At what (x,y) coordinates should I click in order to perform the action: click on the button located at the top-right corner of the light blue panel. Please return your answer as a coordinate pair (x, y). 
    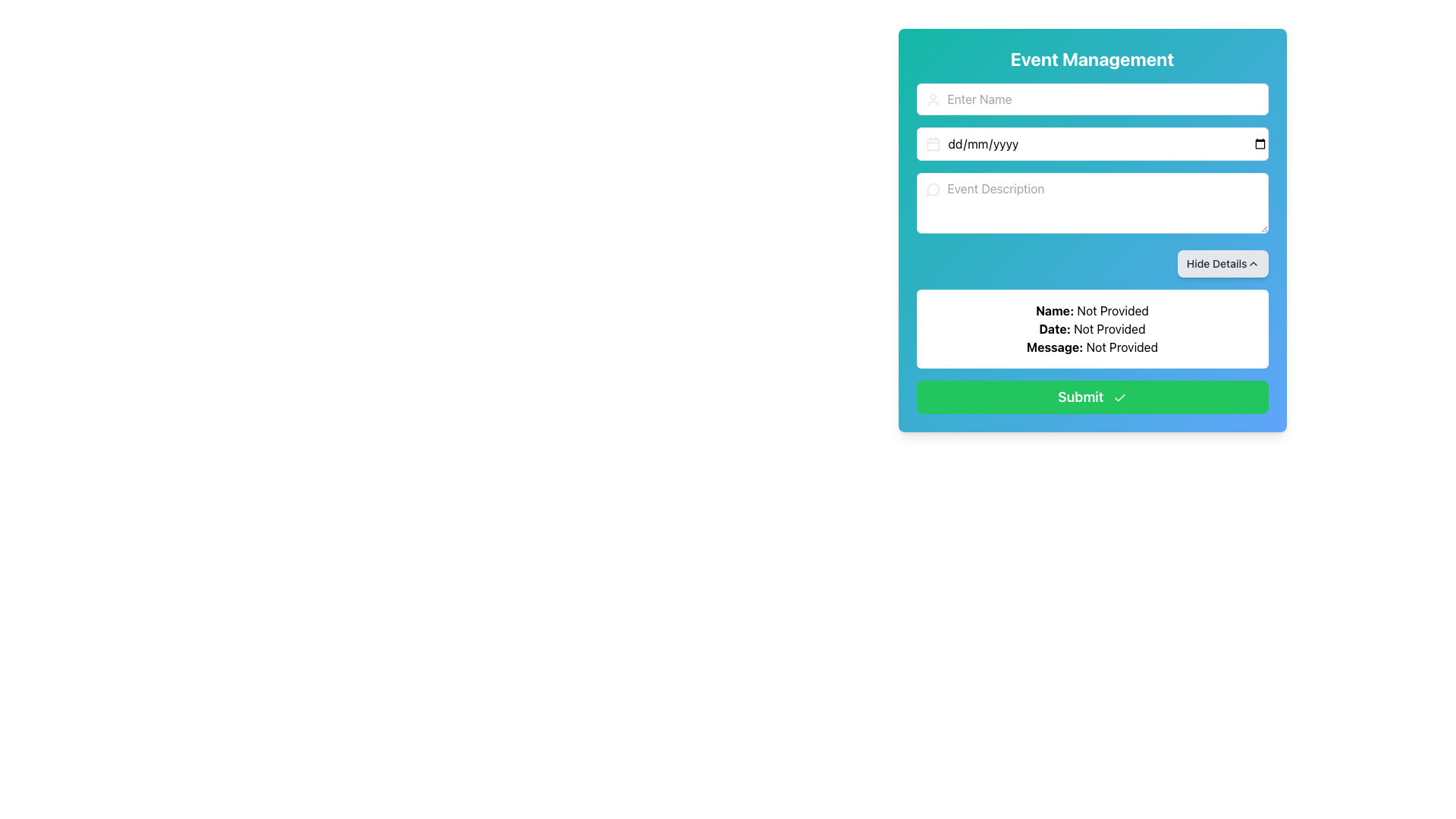
    Looking at the image, I should click on (1222, 262).